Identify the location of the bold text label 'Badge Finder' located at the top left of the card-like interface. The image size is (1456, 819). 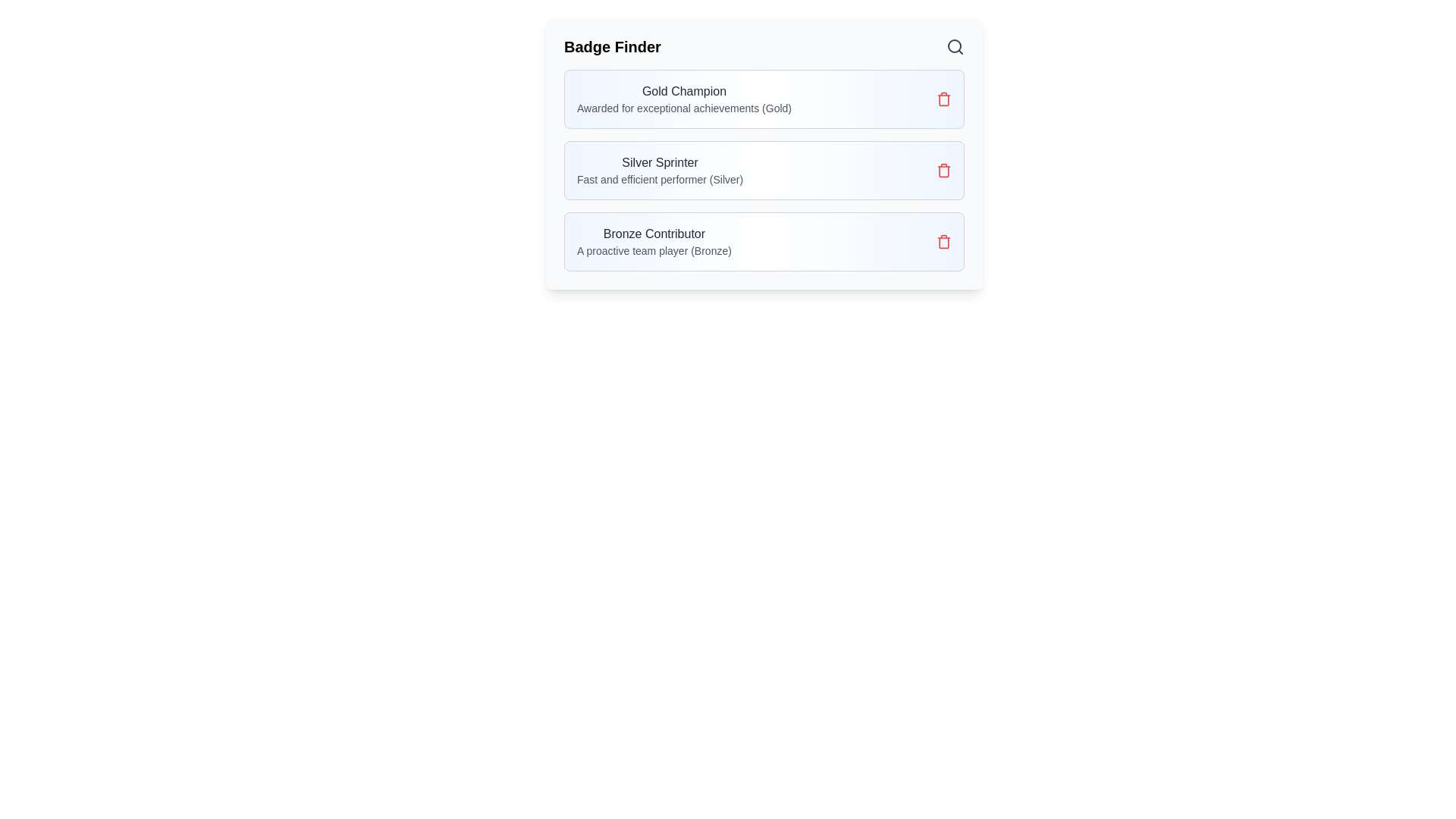
(612, 45).